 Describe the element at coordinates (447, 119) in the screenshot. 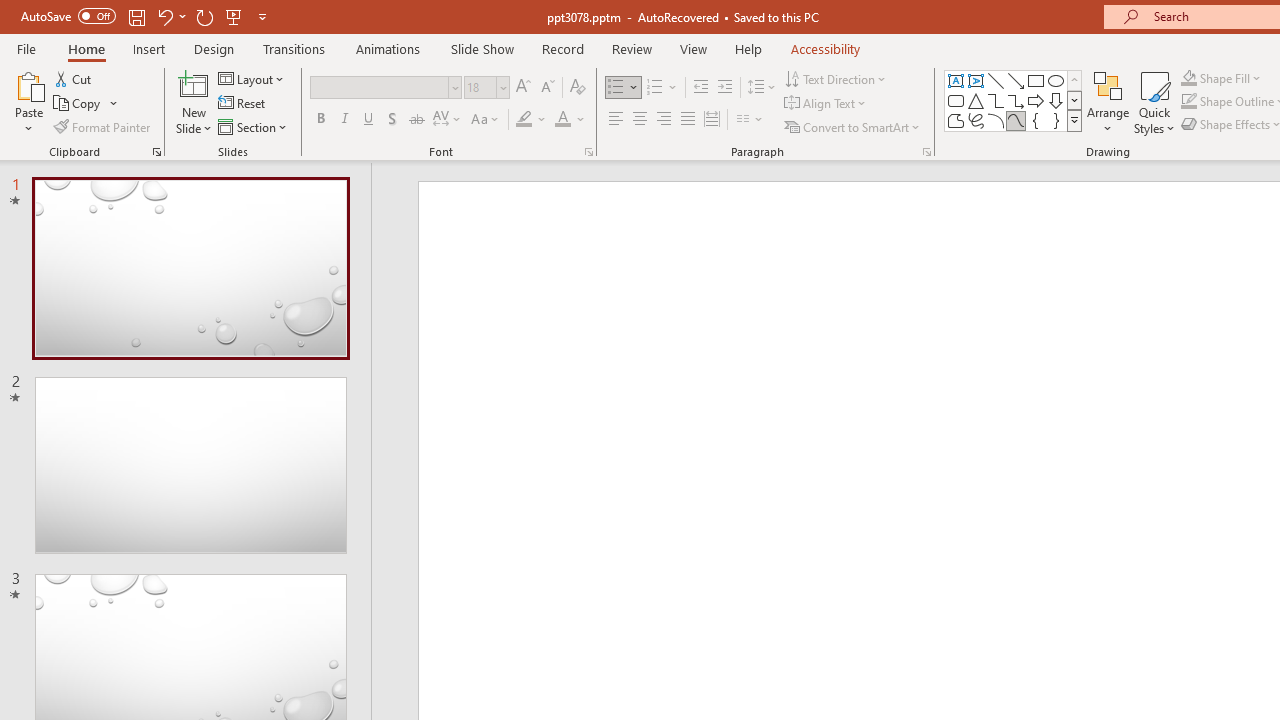

I see `'Character Spacing'` at that location.